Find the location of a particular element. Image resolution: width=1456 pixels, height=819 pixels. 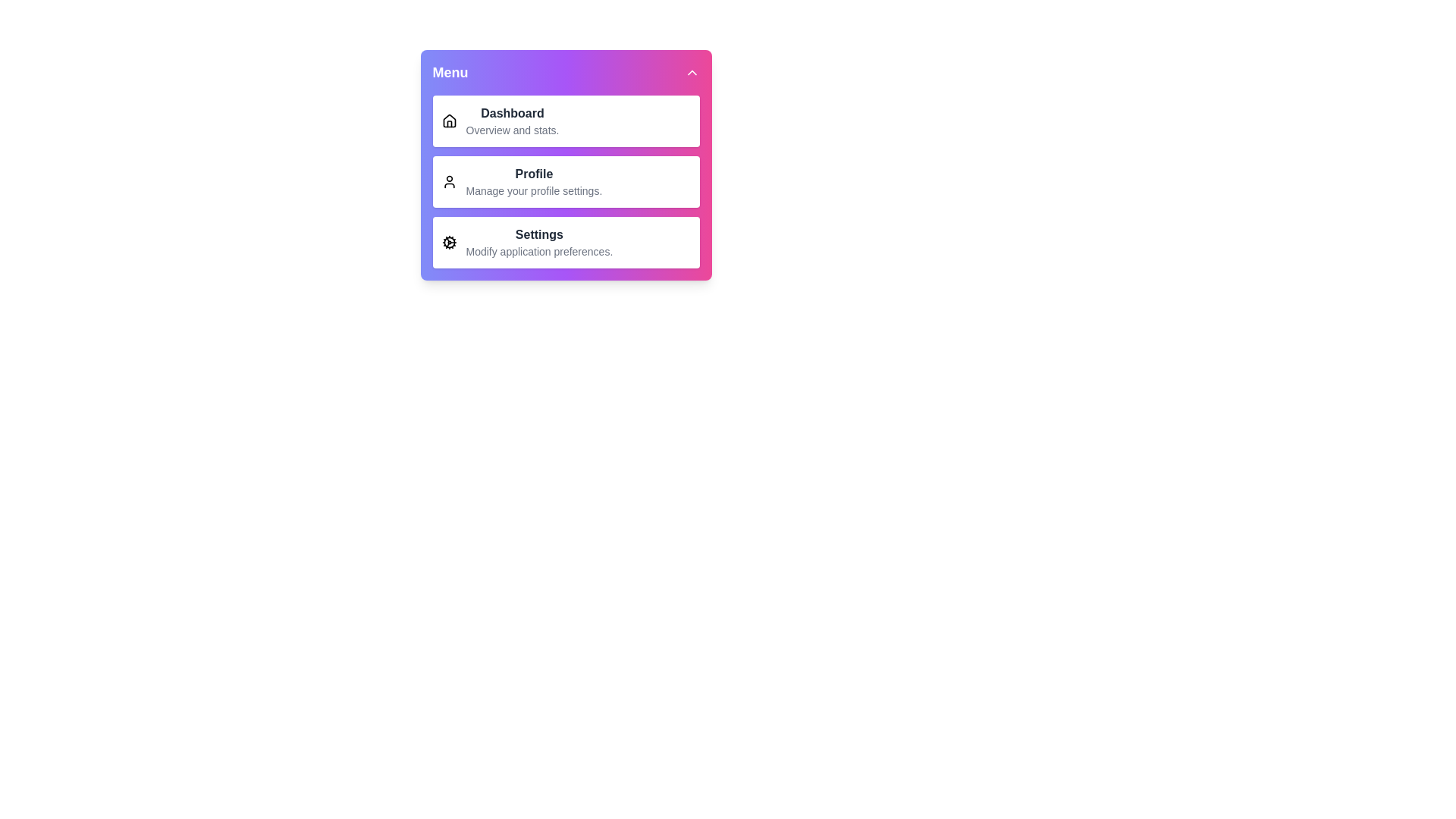

the icon of the menu item labeled Dashboard is located at coordinates (448, 120).